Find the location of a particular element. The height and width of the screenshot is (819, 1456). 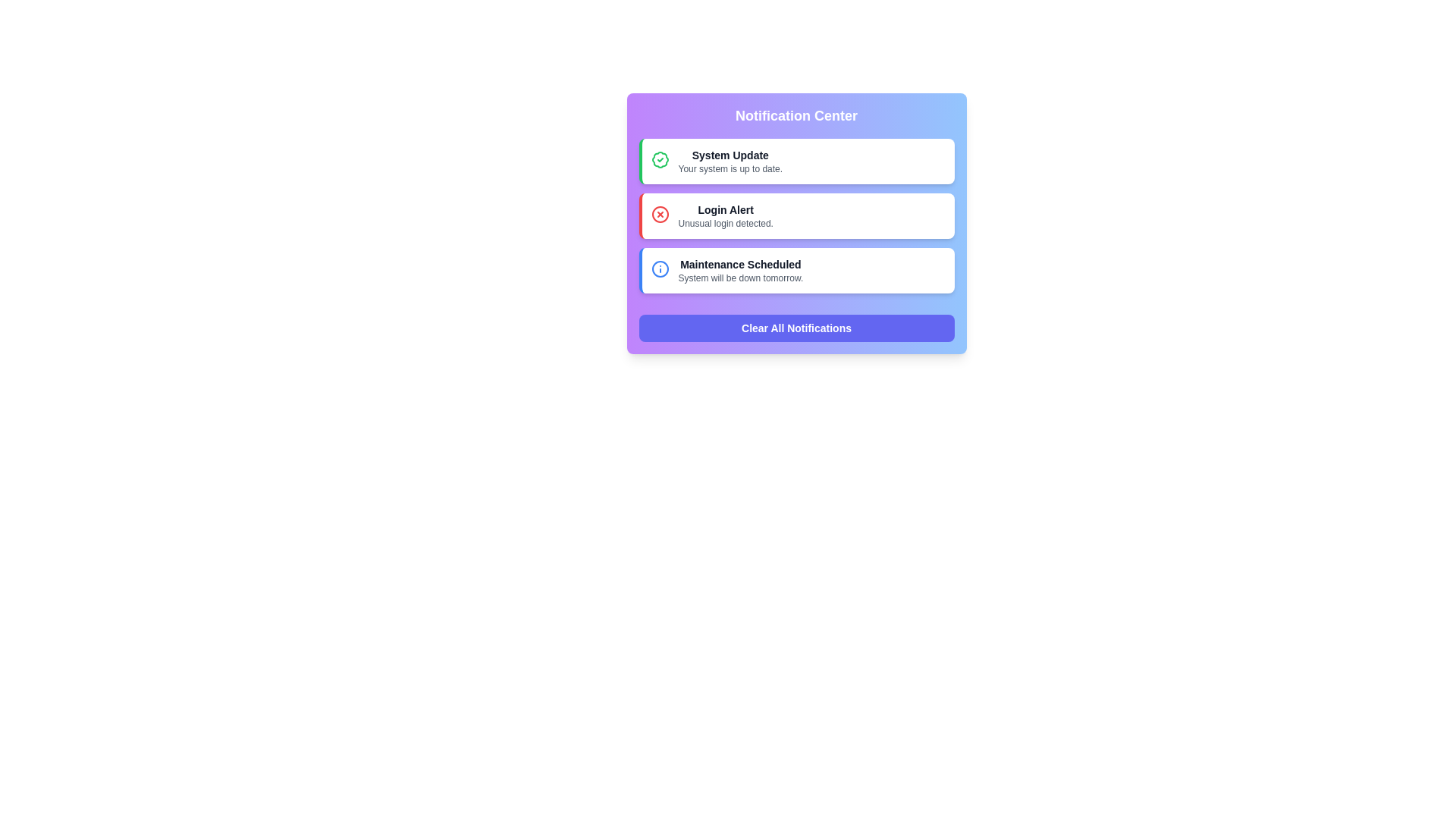

the 'Notification Center' heading, which is prominently displayed in bold white text with a gradient background from purple to blue, located at the top of the card is located at coordinates (795, 115).